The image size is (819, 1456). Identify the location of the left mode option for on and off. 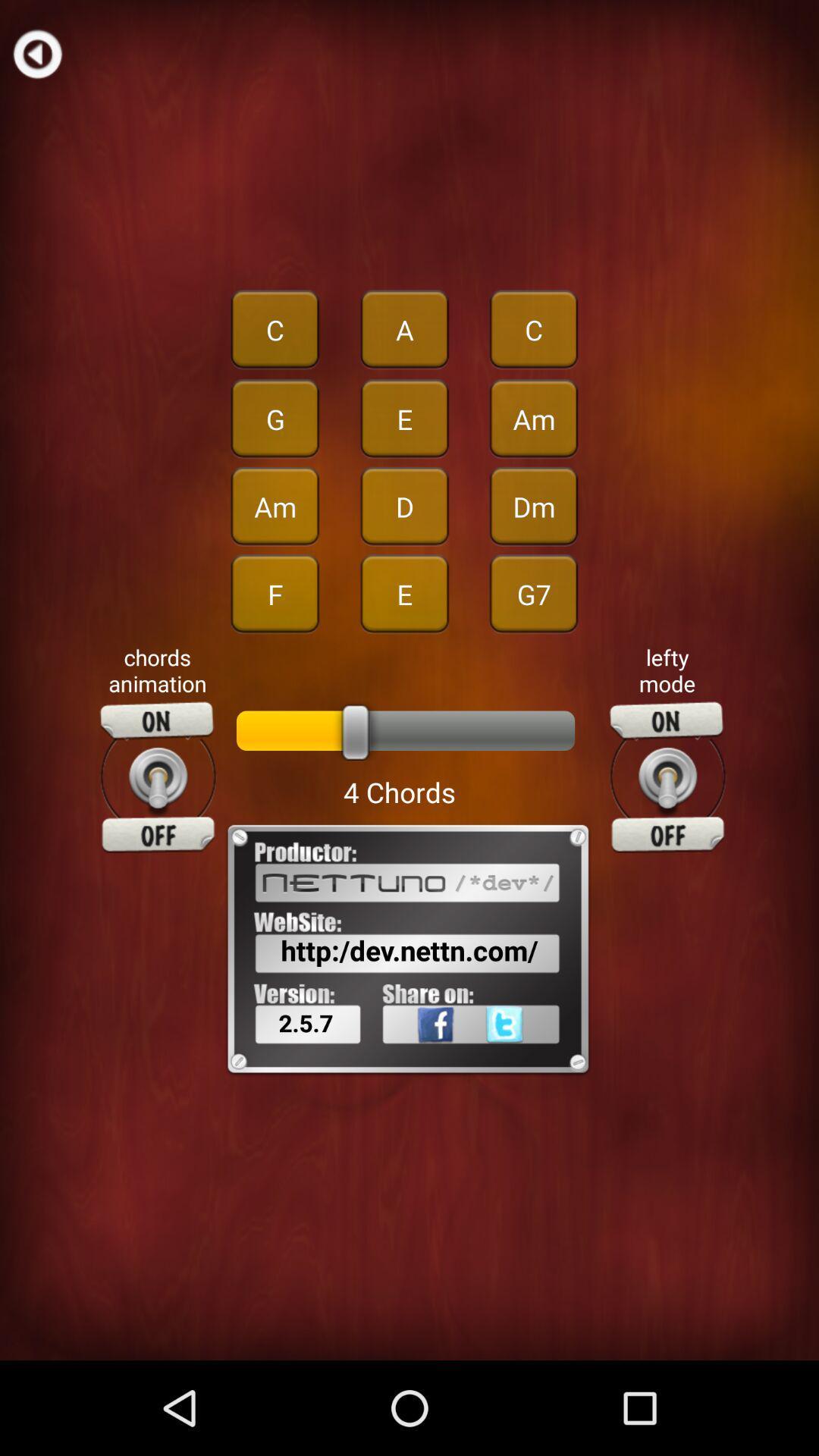
(667, 777).